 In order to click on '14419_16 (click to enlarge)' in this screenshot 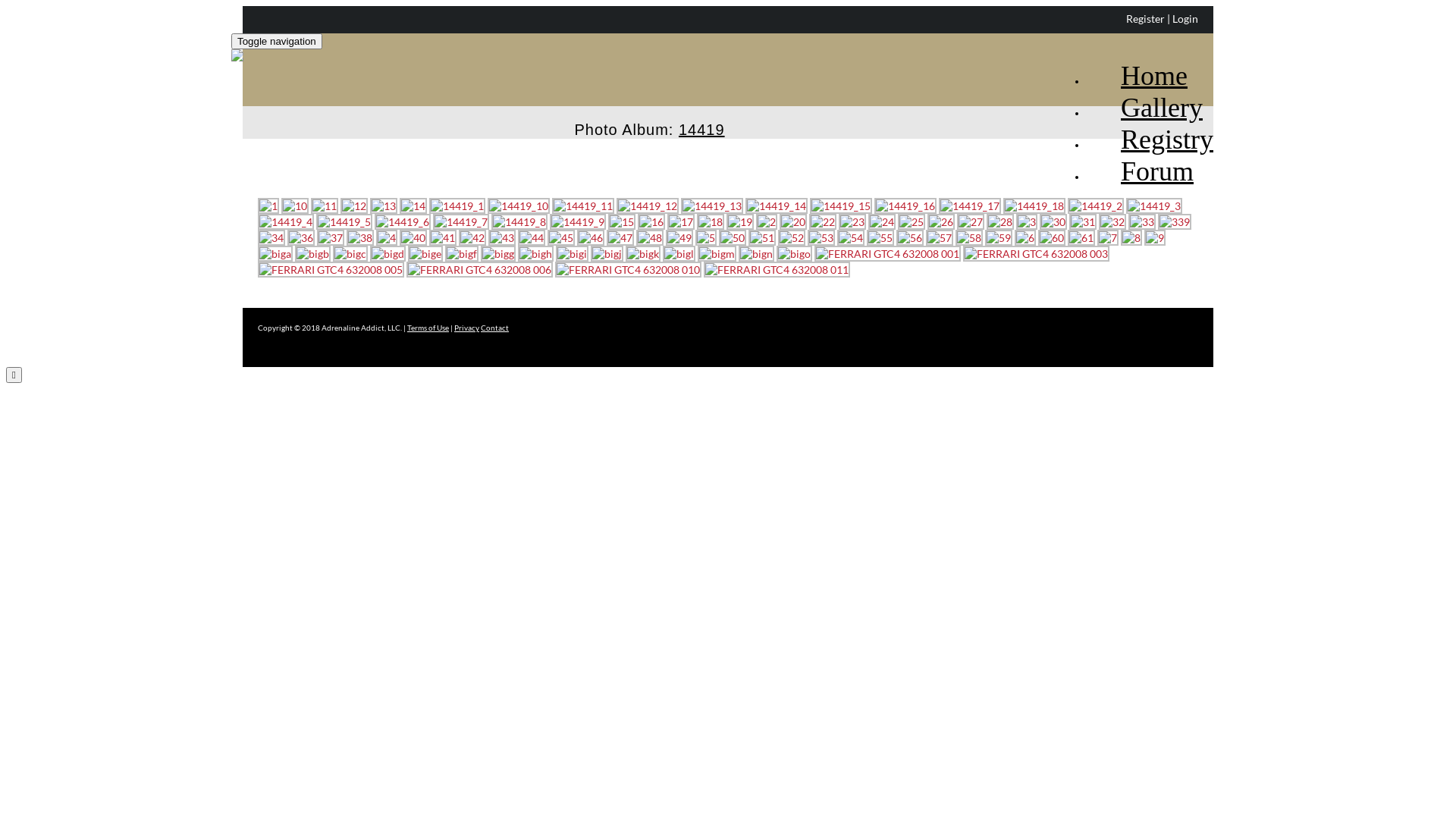, I will do `click(905, 206)`.